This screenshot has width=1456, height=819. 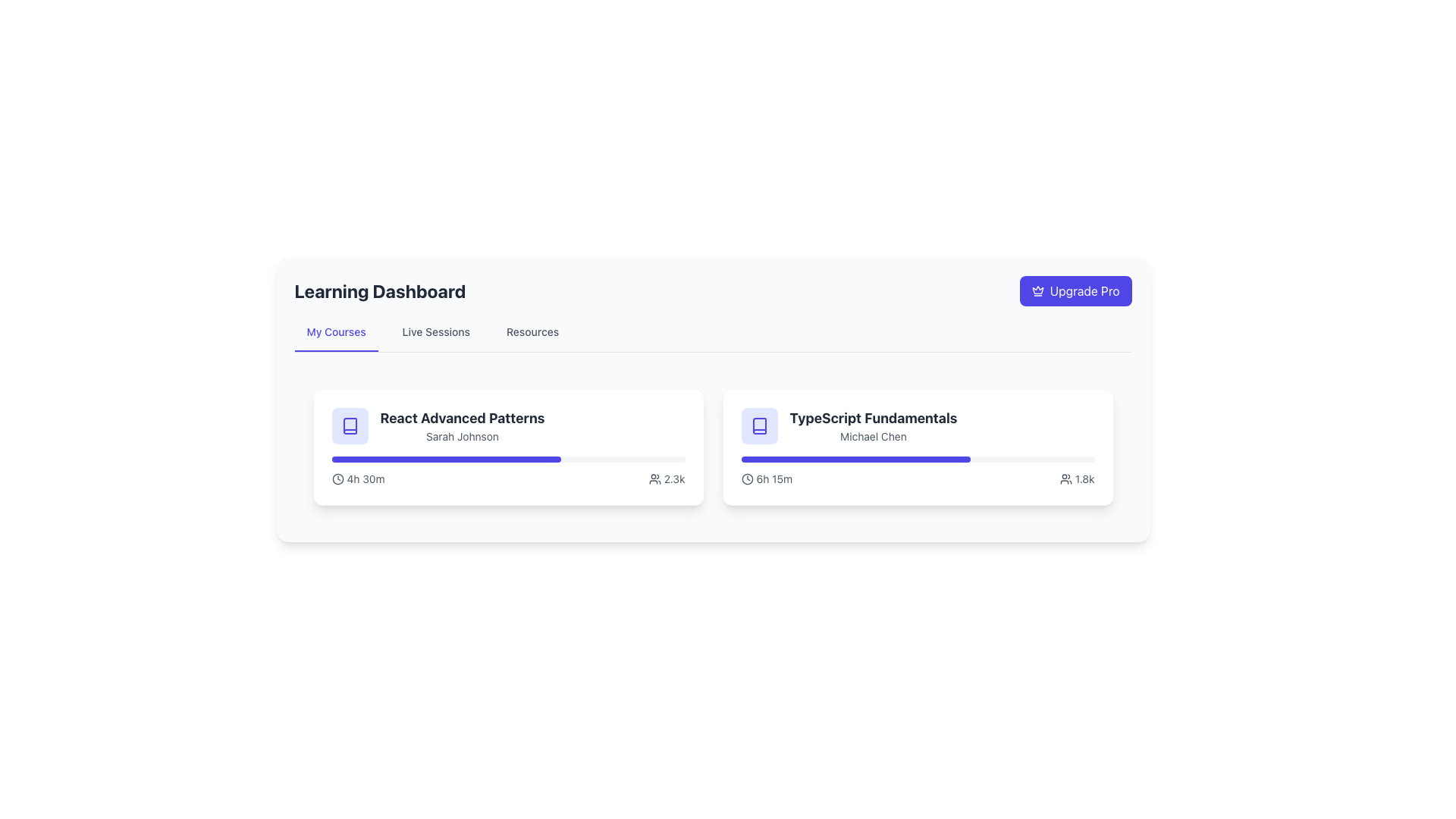 What do you see at coordinates (1076, 479) in the screenshot?
I see `the icon-text combination that displays a count of individuals or participants, located in the top-right corner as the last item in a horizontal group of indicators` at bounding box center [1076, 479].